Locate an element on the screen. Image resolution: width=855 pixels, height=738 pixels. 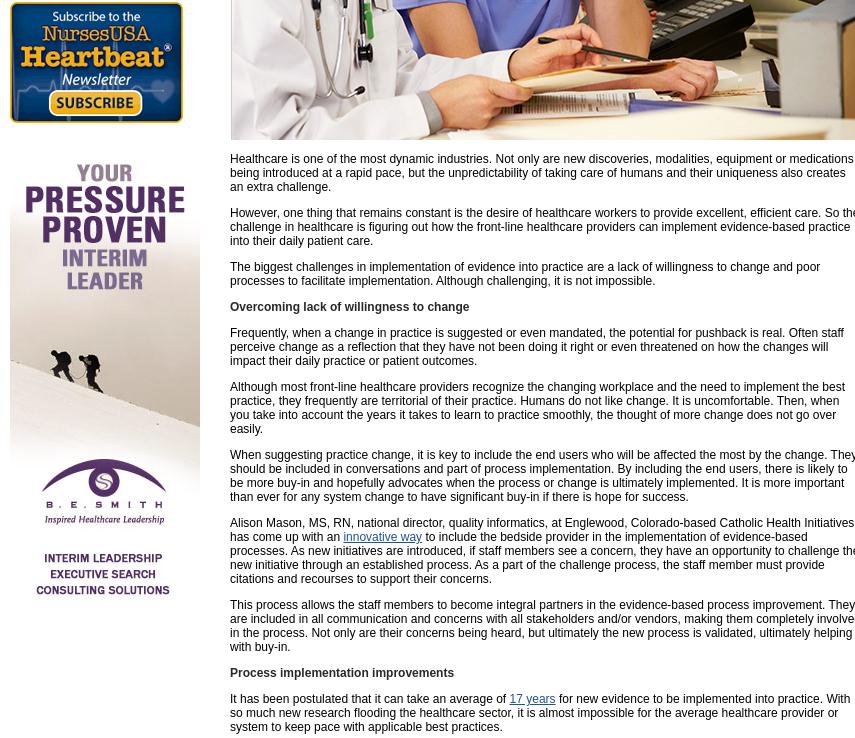
'innovative way' is located at coordinates (381, 535).